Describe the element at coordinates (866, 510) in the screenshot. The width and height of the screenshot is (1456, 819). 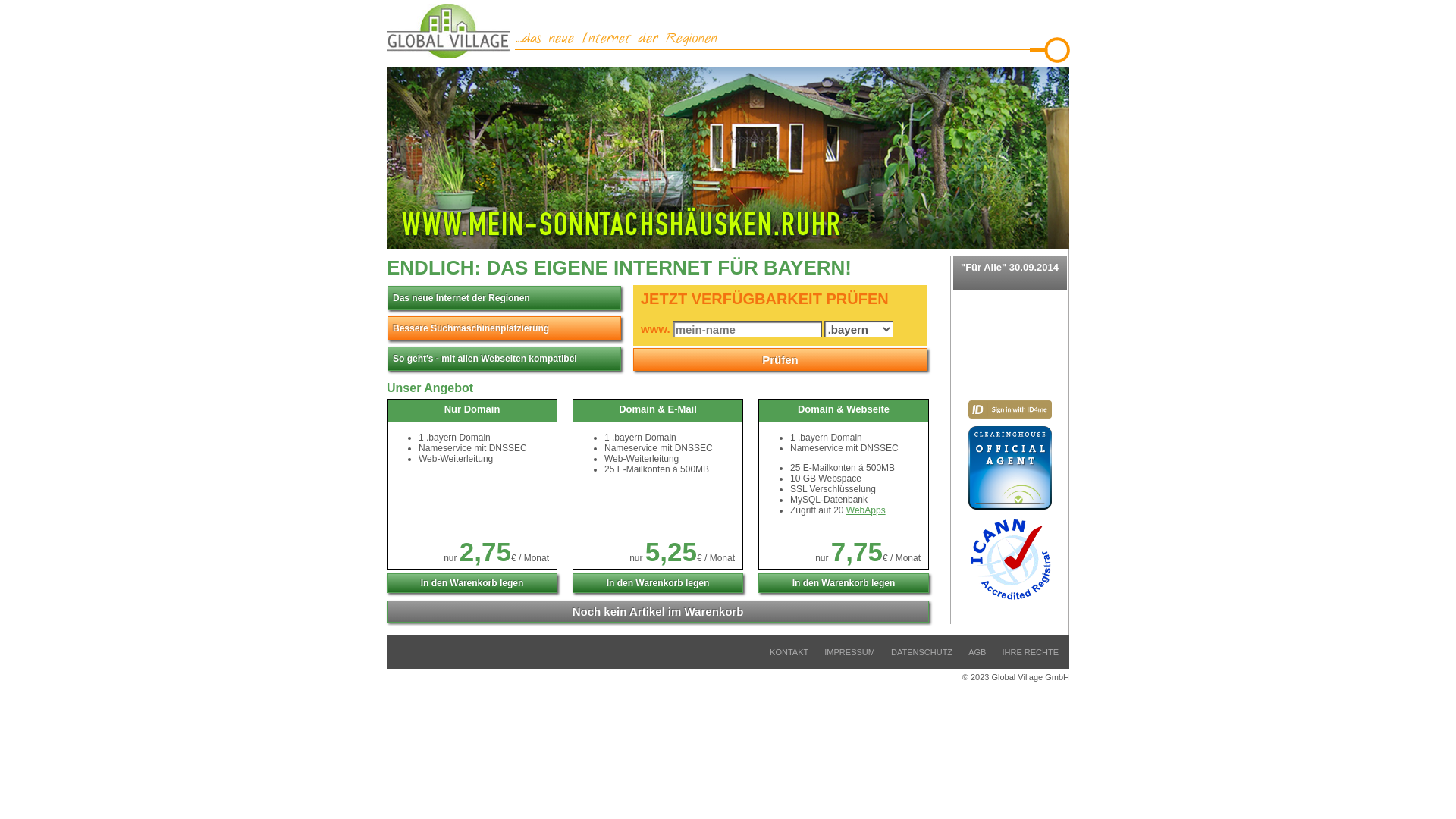
I see `'WebApps'` at that location.